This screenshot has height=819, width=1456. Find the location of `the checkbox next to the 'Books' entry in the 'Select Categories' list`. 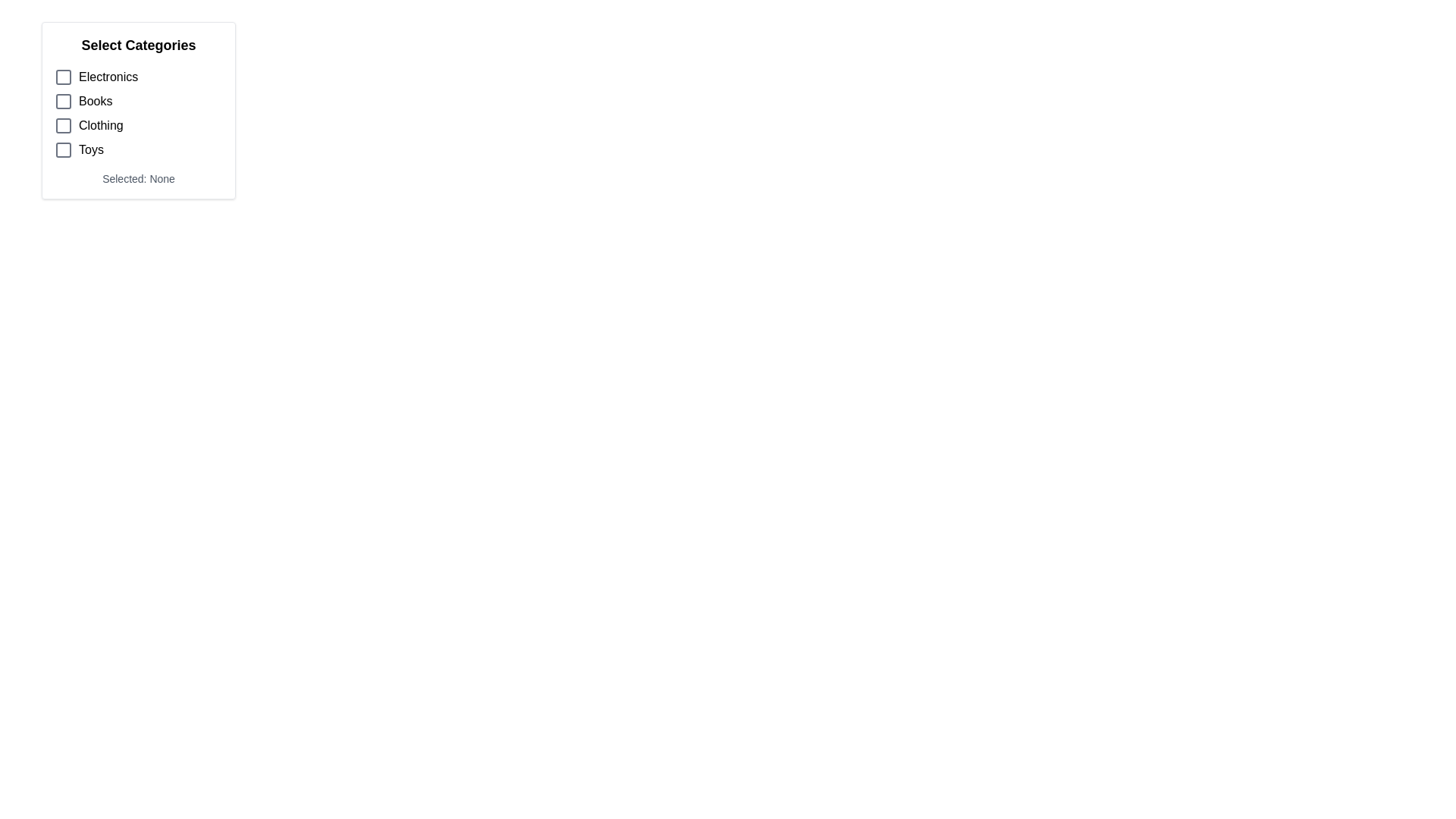

the checkbox next to the 'Books' entry in the 'Select Categories' list is located at coordinates (138, 102).